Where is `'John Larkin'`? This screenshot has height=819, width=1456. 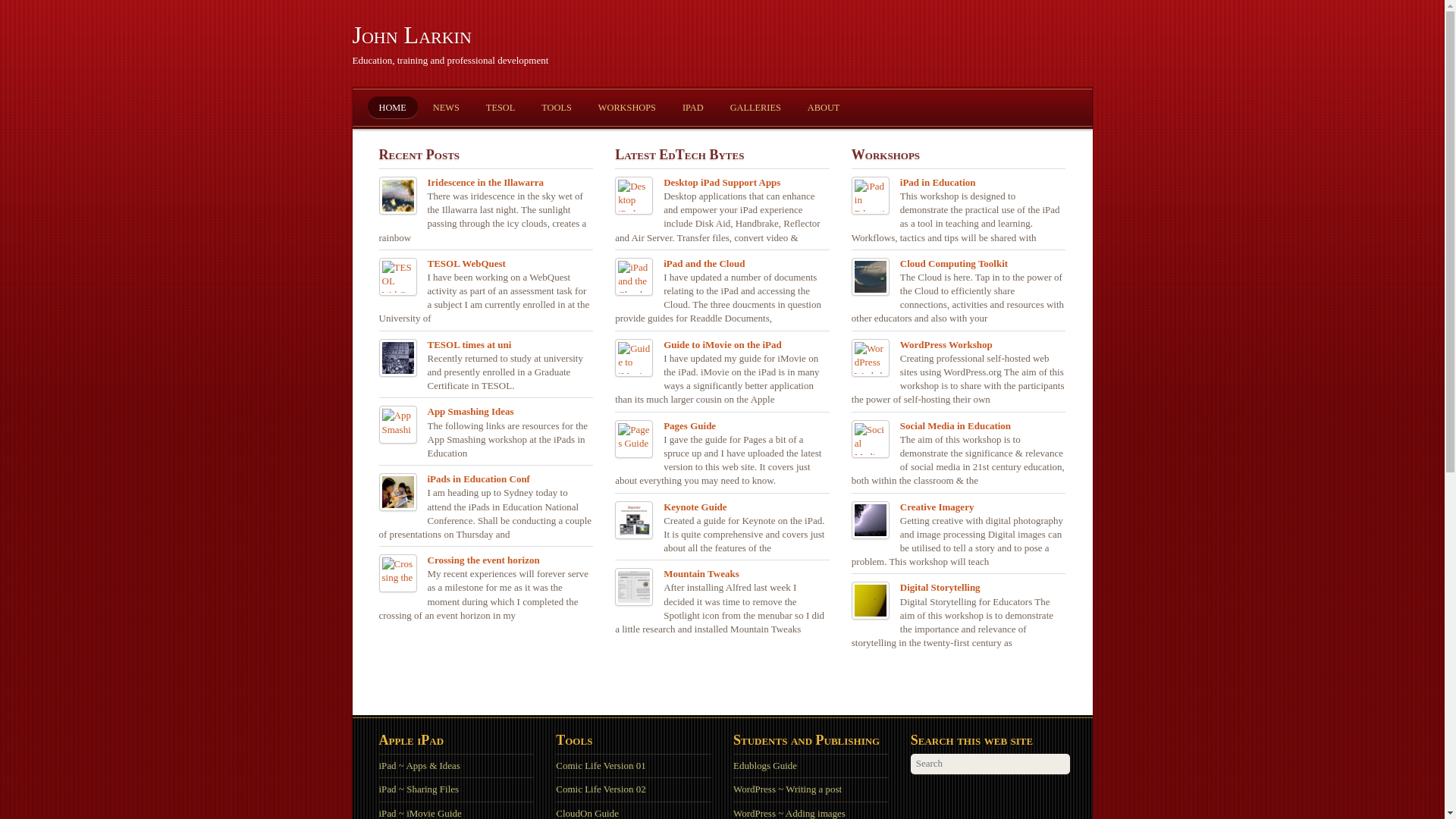 'John Larkin' is located at coordinates (411, 34).